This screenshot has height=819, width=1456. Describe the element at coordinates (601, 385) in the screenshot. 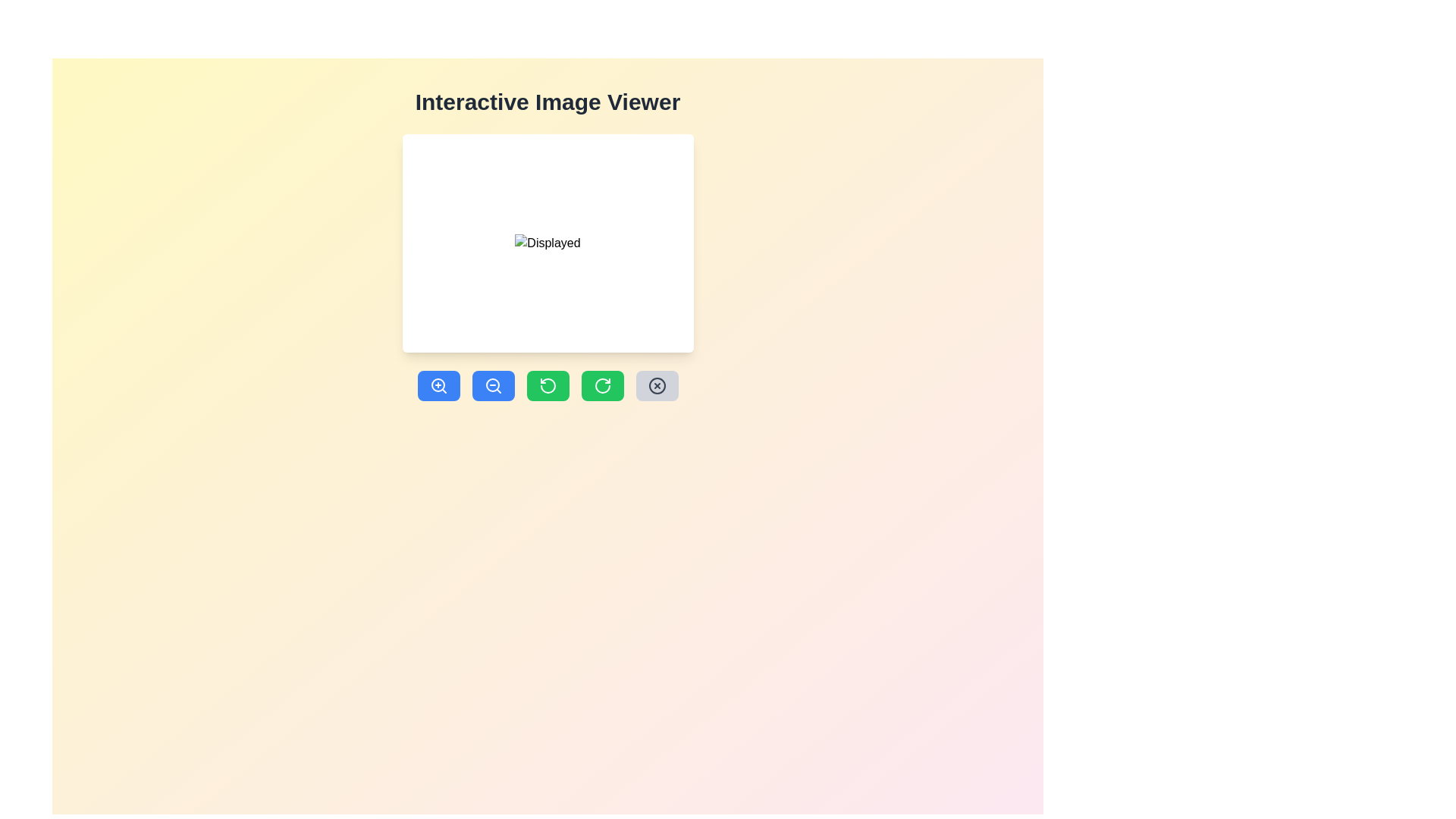

I see `the fourth button in a horizontal row of control buttons that triggers a clockwise rotation or reset action` at that location.